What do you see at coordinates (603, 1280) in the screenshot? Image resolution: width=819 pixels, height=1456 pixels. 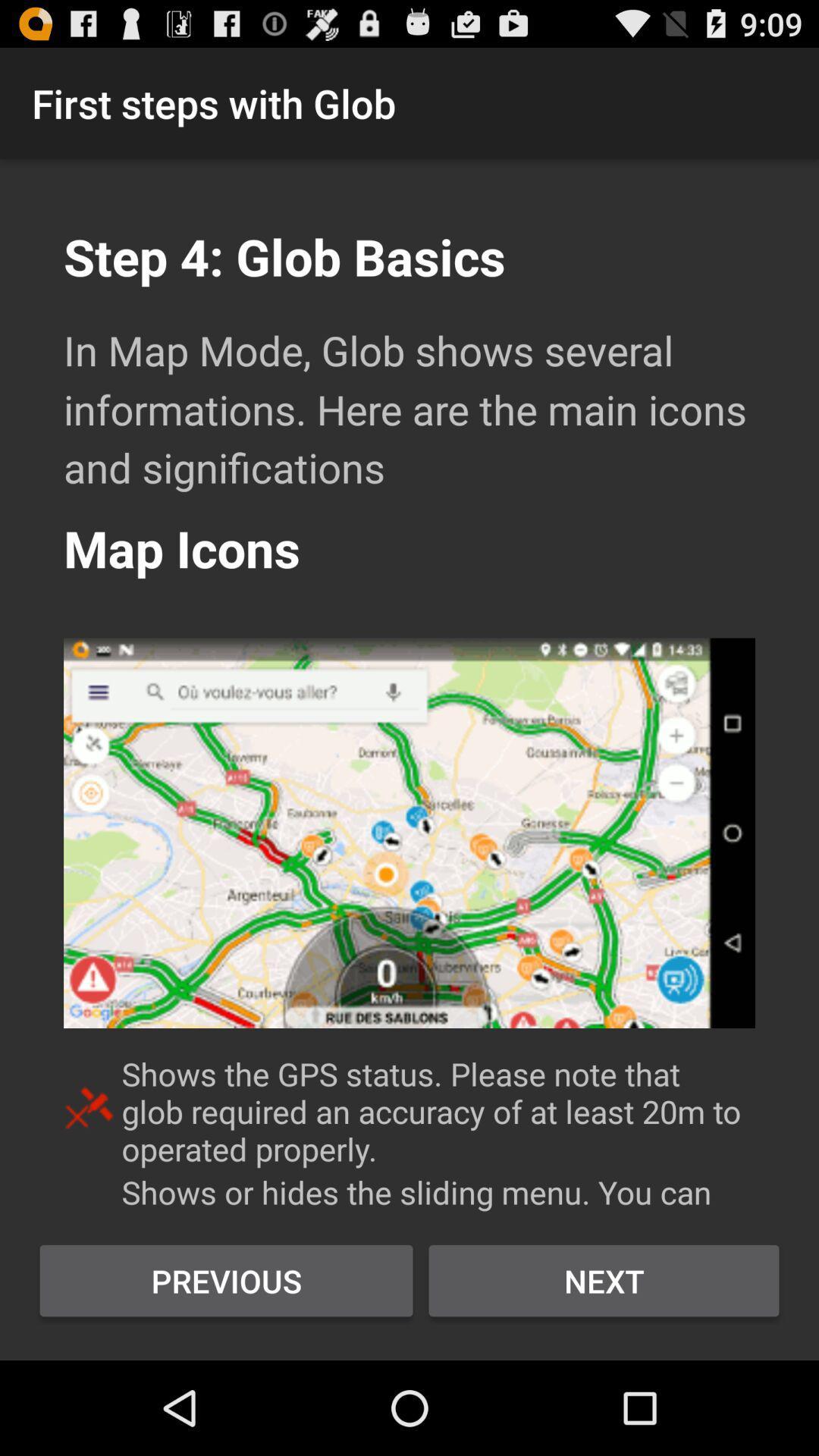 I see `next` at bounding box center [603, 1280].